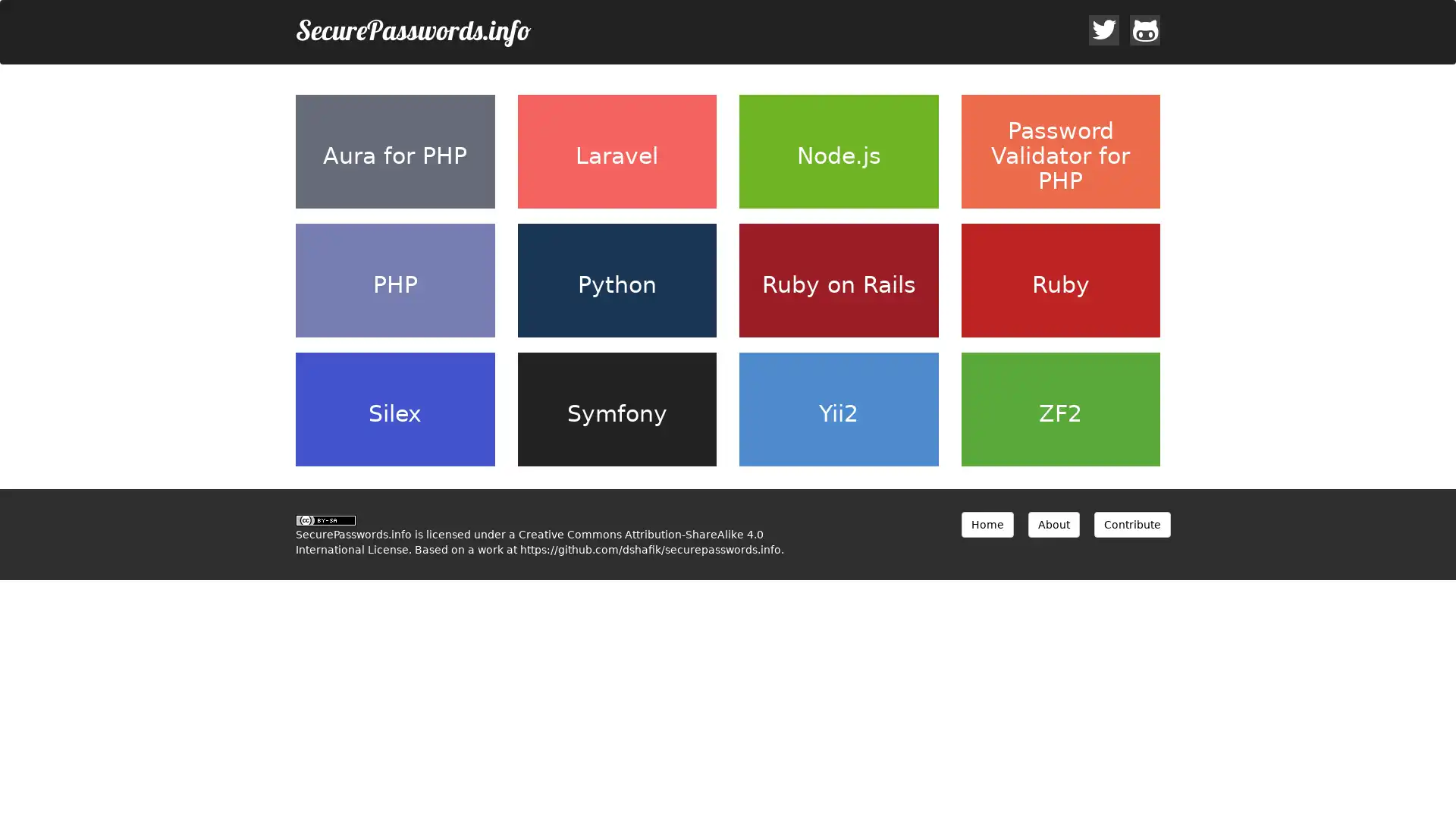 The image size is (1456, 819). Describe the element at coordinates (617, 152) in the screenshot. I see `Laravel` at that location.